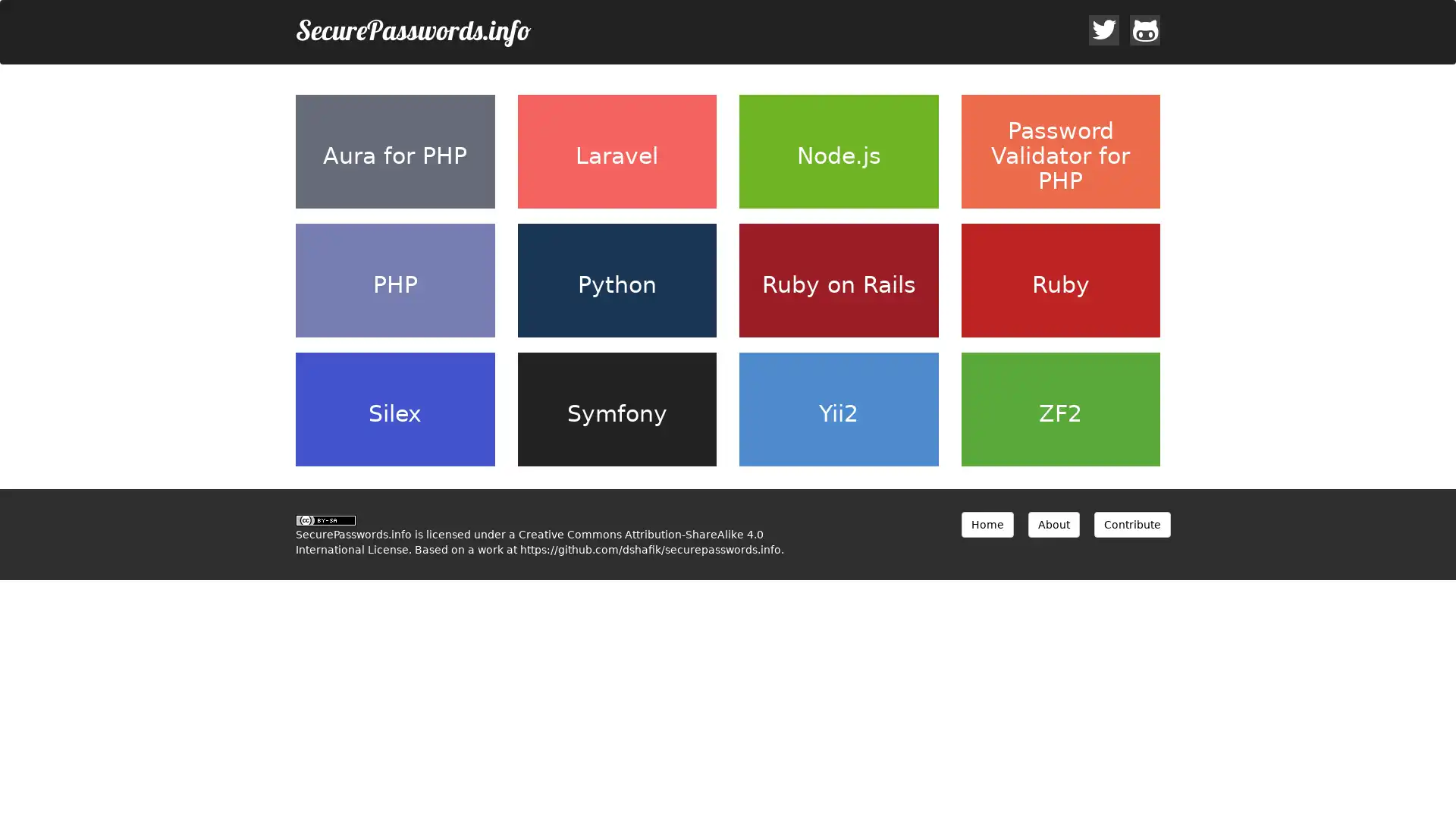 The image size is (1456, 819). Describe the element at coordinates (617, 152) in the screenshot. I see `Laravel` at that location.